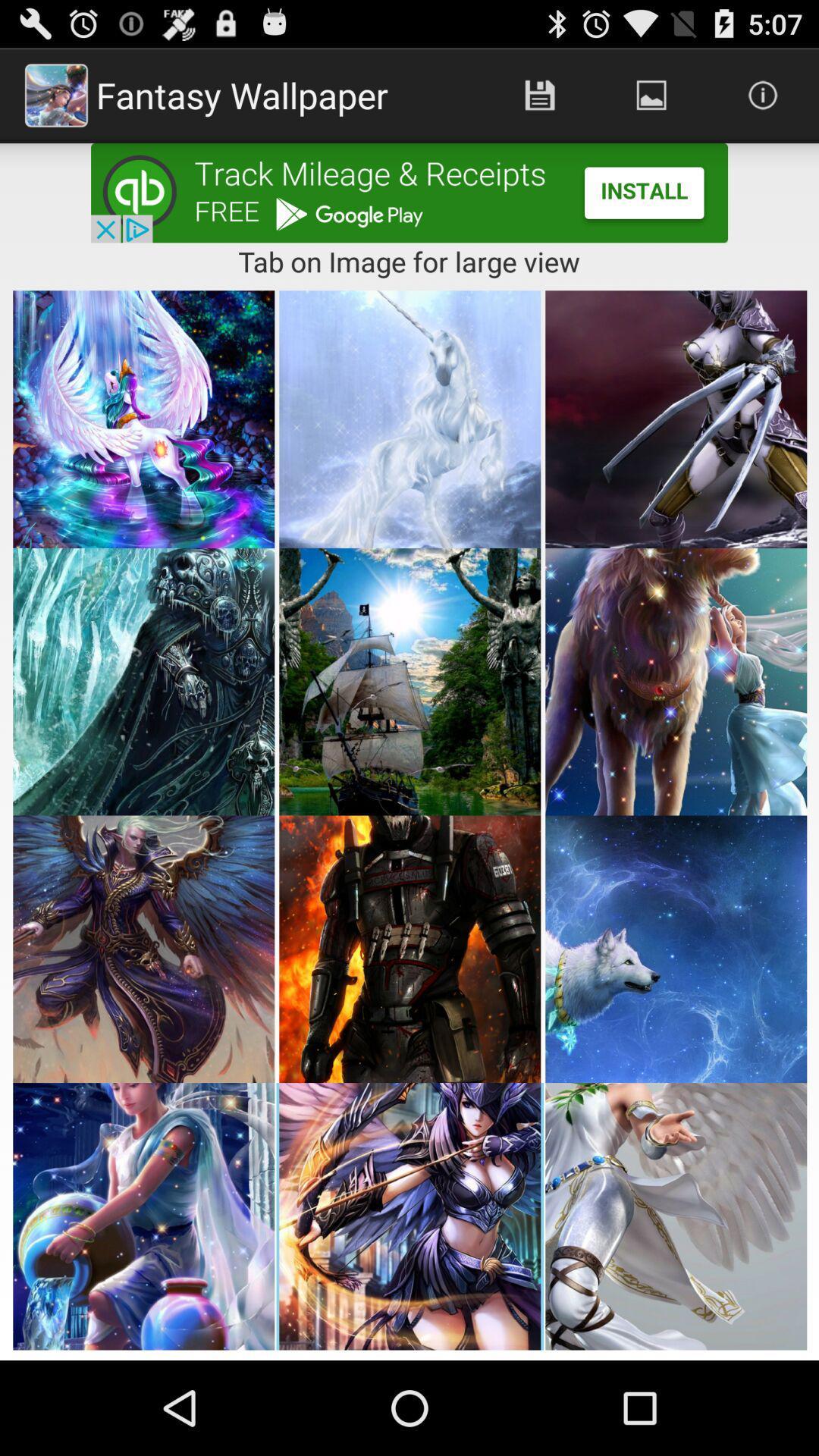 The height and width of the screenshot is (1456, 819). I want to click on the last row second image at the bottom, so click(409, 1216).